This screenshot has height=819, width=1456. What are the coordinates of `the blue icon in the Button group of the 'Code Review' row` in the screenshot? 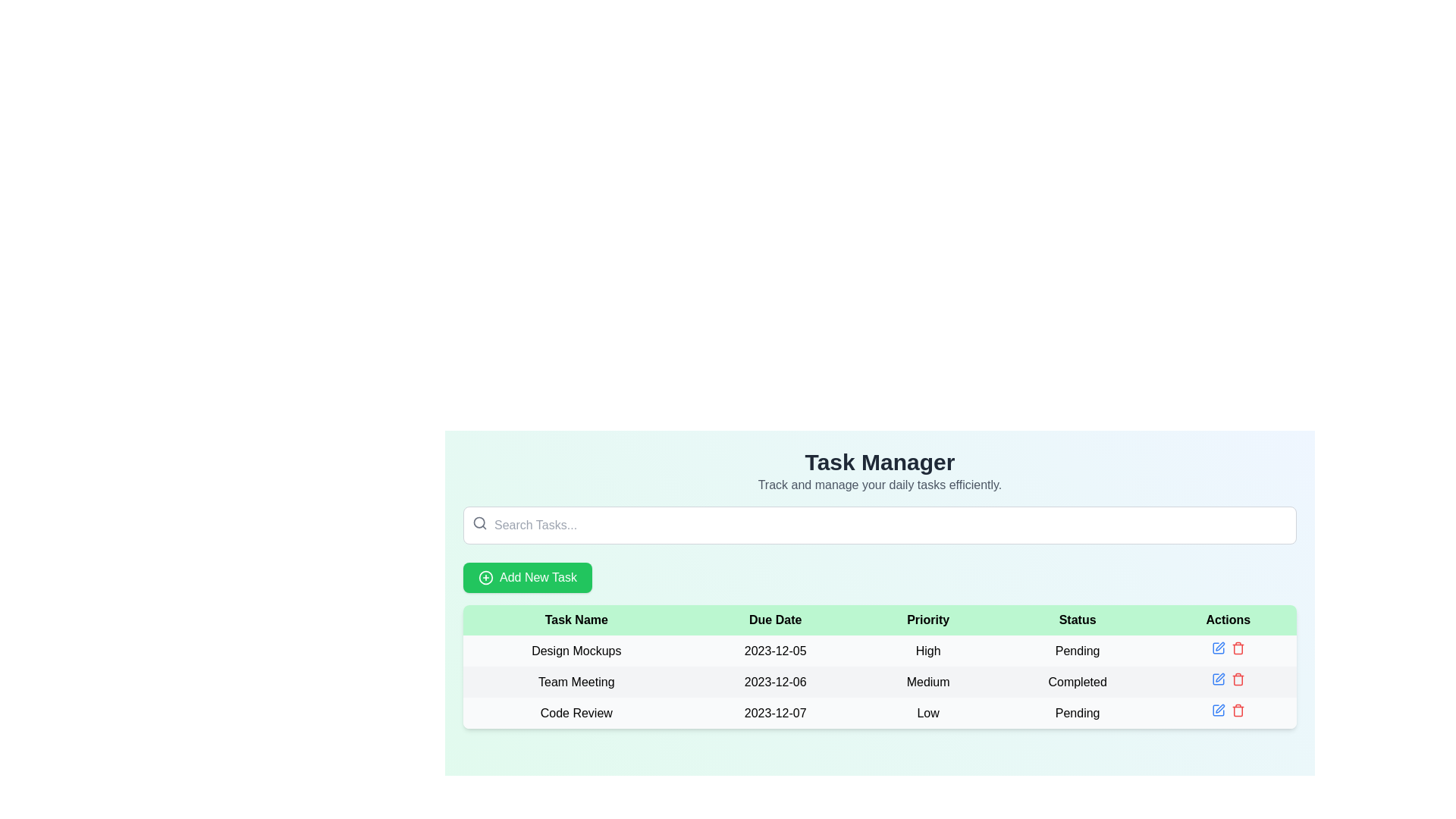 It's located at (1228, 713).